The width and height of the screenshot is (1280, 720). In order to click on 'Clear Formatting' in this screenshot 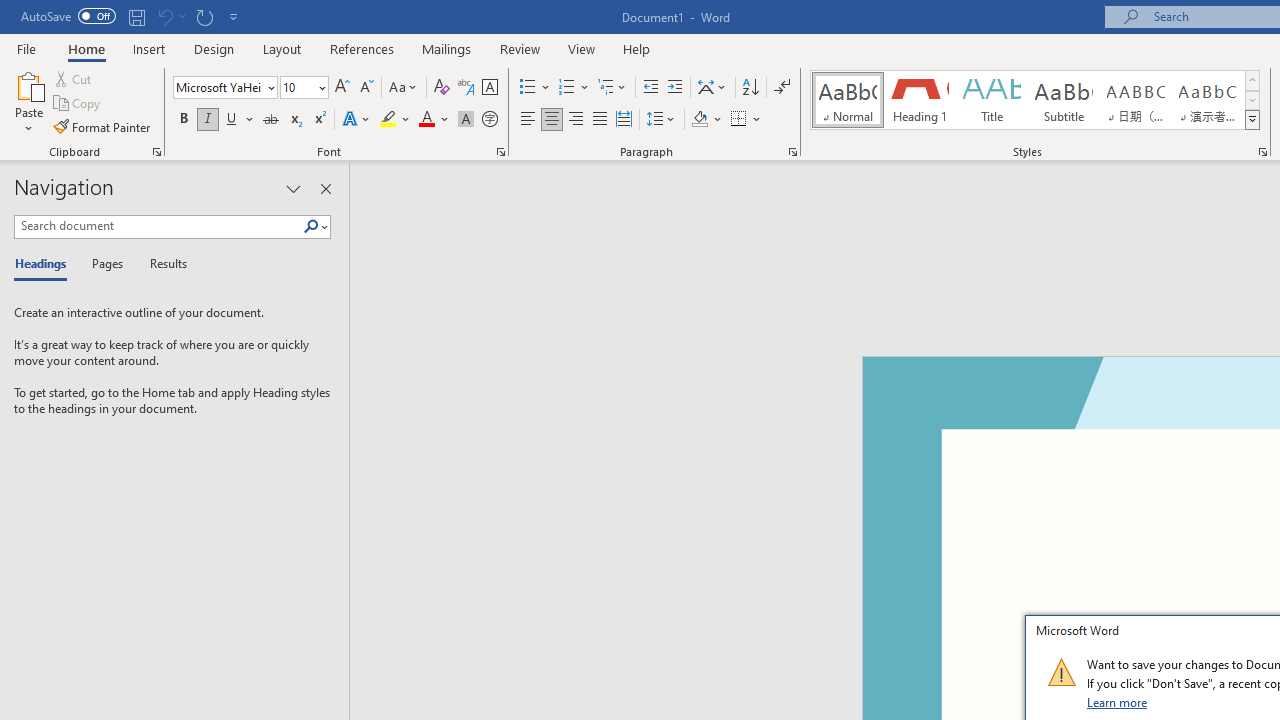, I will do `click(441, 86)`.